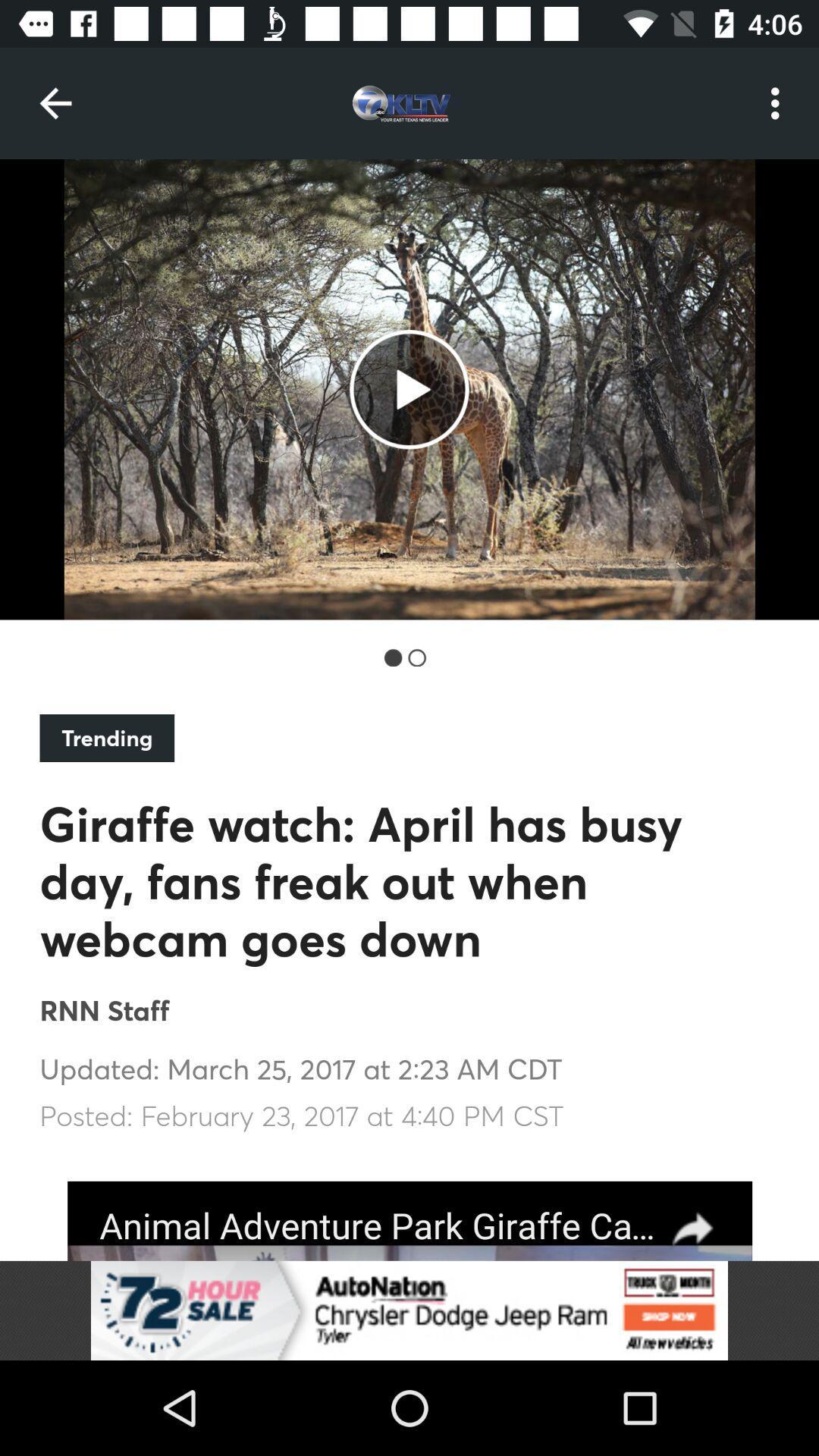 This screenshot has height=1456, width=819. What do you see at coordinates (409, 1221) in the screenshot?
I see `advertised company` at bounding box center [409, 1221].